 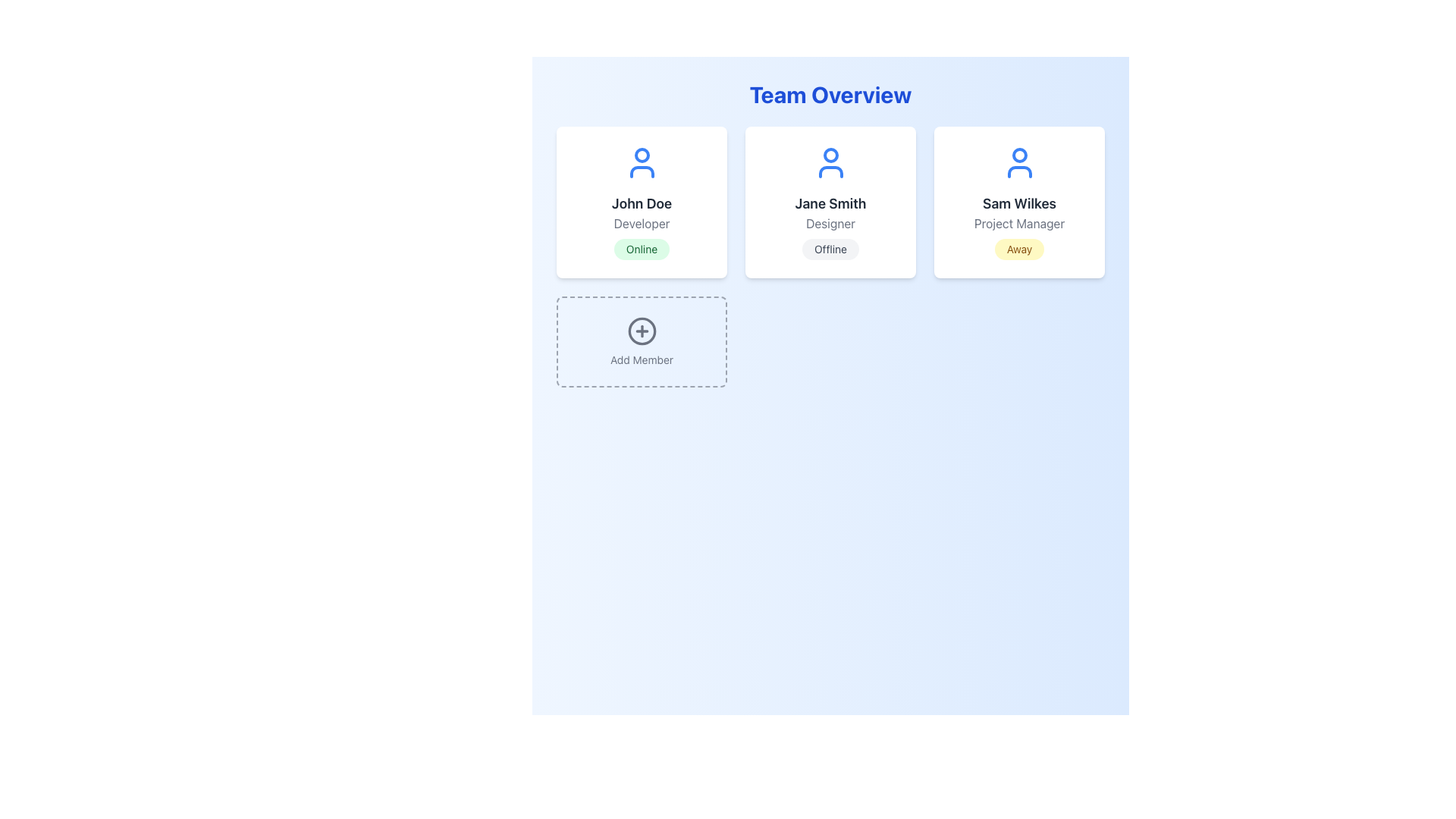 What do you see at coordinates (830, 94) in the screenshot?
I see `the prominently styled header text reading 'Team Overview', which is displayed in a large bold blue font and is centered at the top of the interface` at bounding box center [830, 94].